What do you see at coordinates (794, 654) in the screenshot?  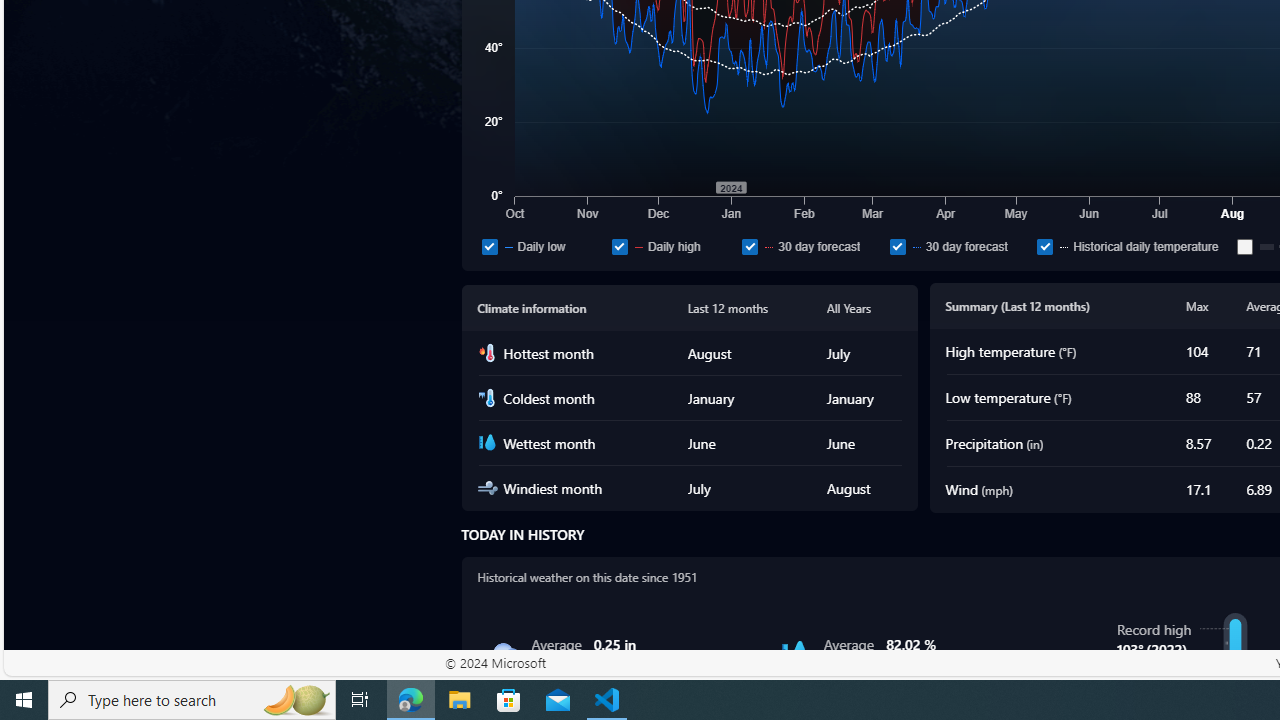 I see `'Humidity'` at bounding box center [794, 654].